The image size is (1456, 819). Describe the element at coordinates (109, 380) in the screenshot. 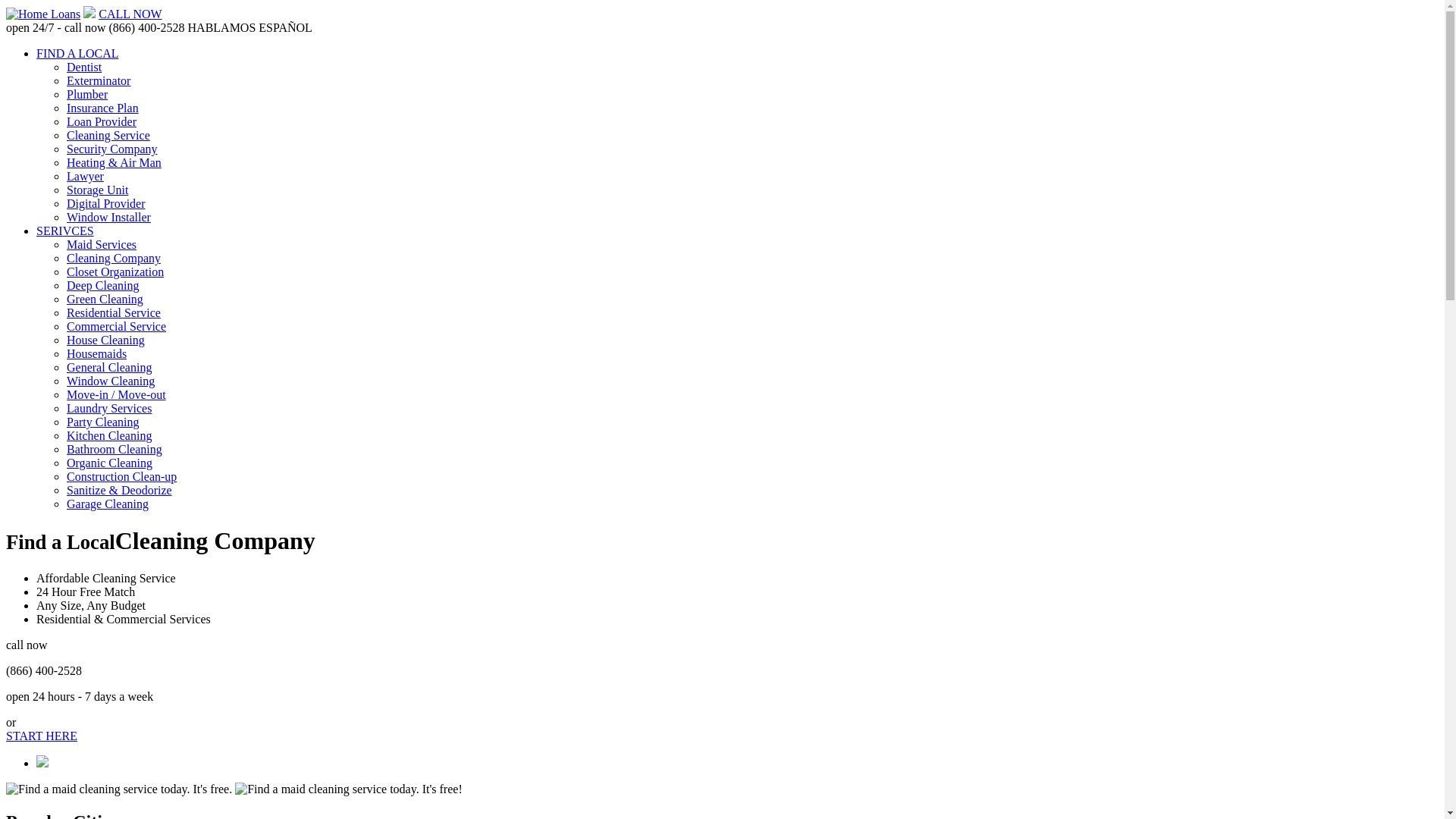

I see `'Window Cleaning'` at that location.